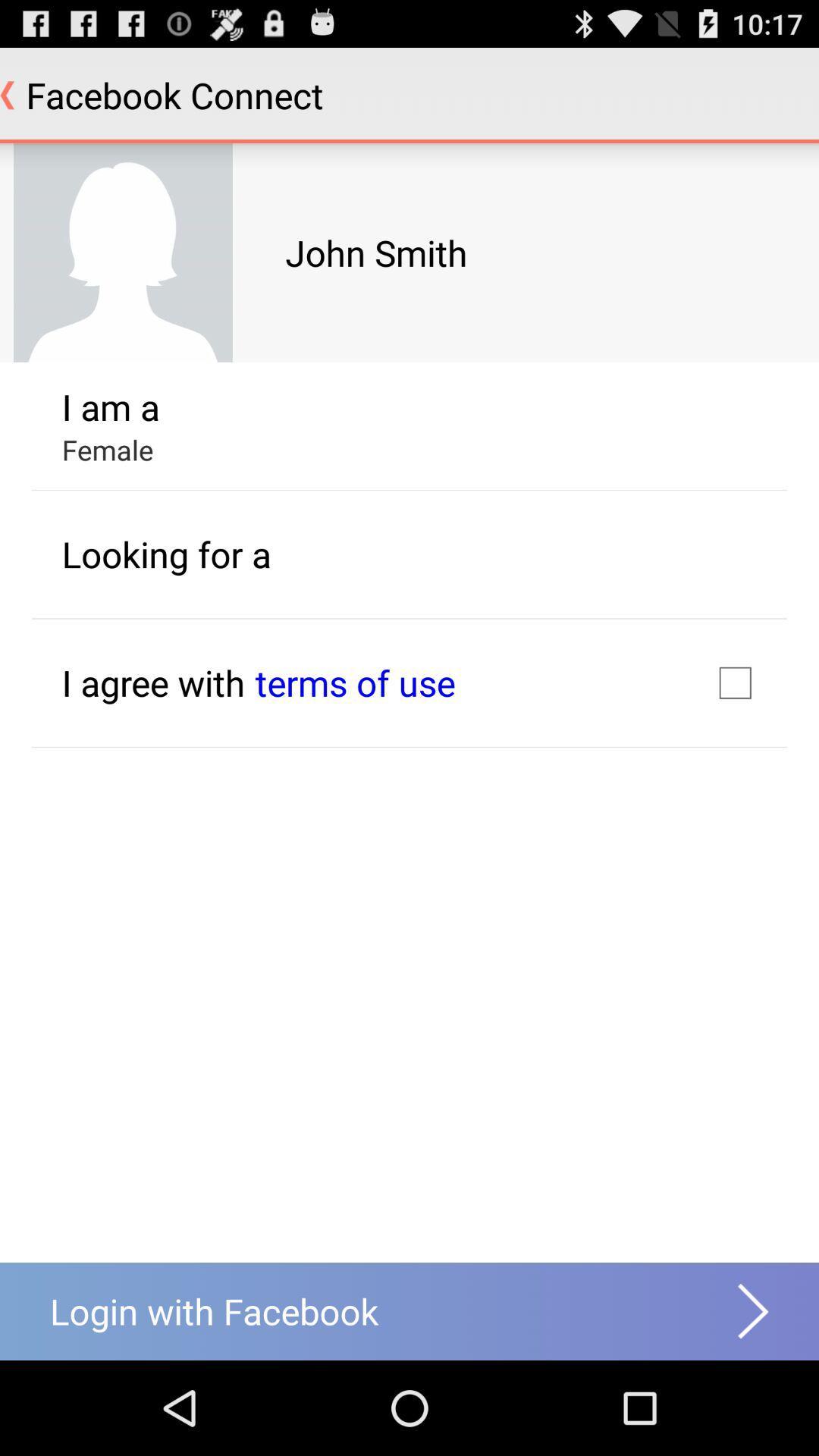 Image resolution: width=819 pixels, height=1456 pixels. Describe the element at coordinates (355, 682) in the screenshot. I see `terms of use app` at that location.